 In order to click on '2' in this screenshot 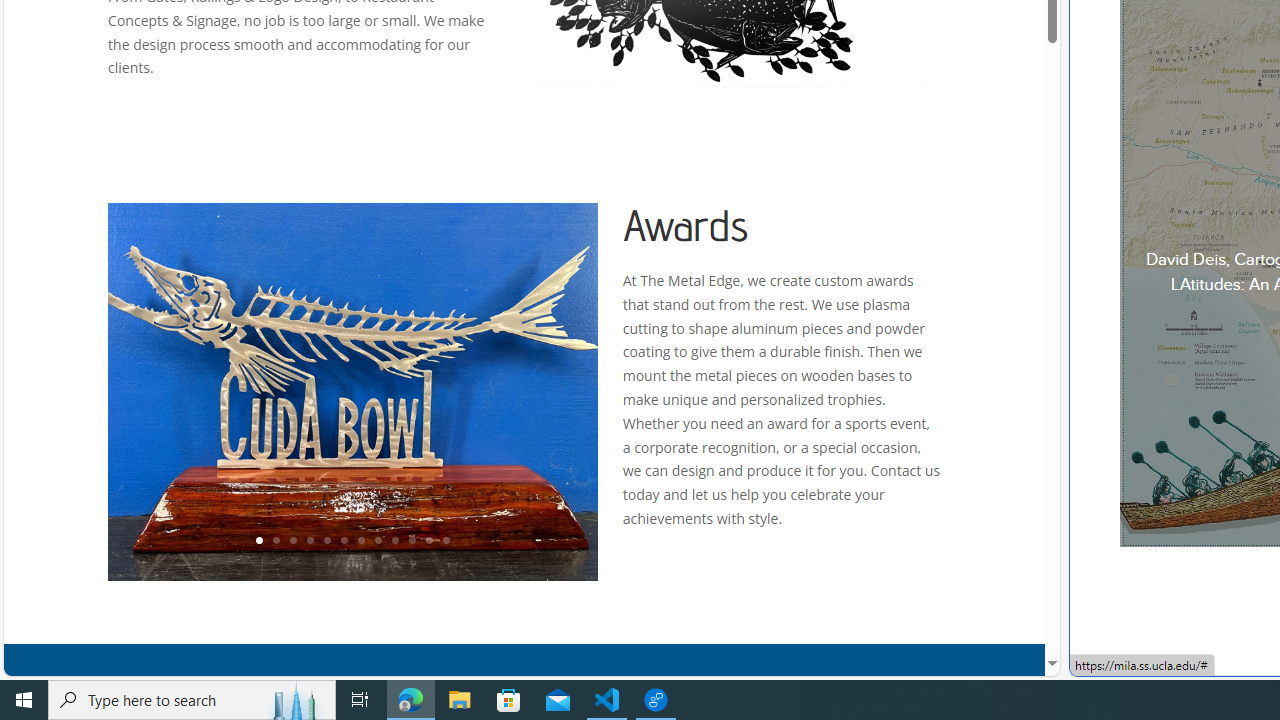, I will do `click(274, 541)`.